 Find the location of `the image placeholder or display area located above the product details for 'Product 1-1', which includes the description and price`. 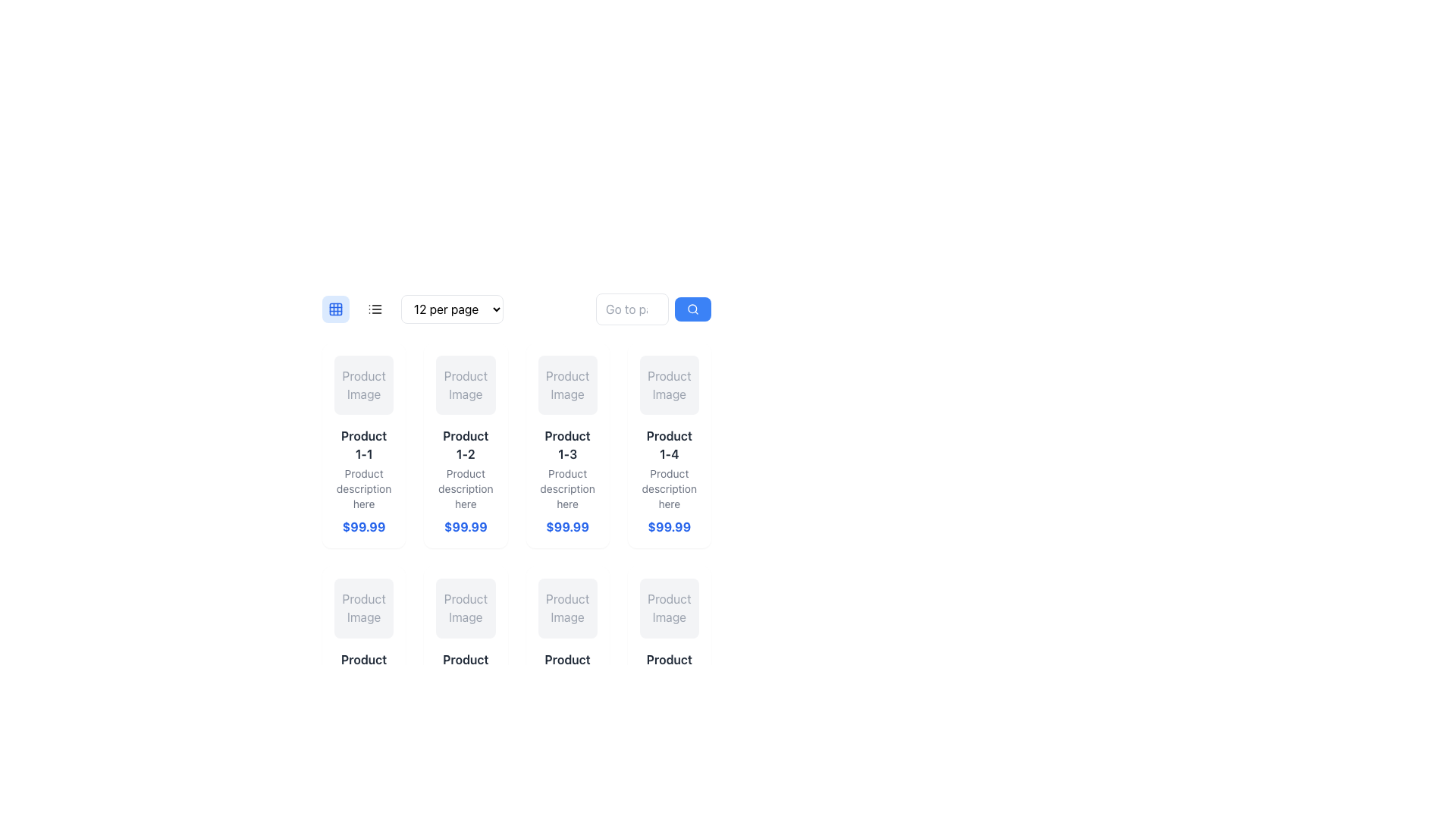

the image placeholder or display area located above the product details for 'Product 1-1', which includes the description and price is located at coordinates (364, 384).